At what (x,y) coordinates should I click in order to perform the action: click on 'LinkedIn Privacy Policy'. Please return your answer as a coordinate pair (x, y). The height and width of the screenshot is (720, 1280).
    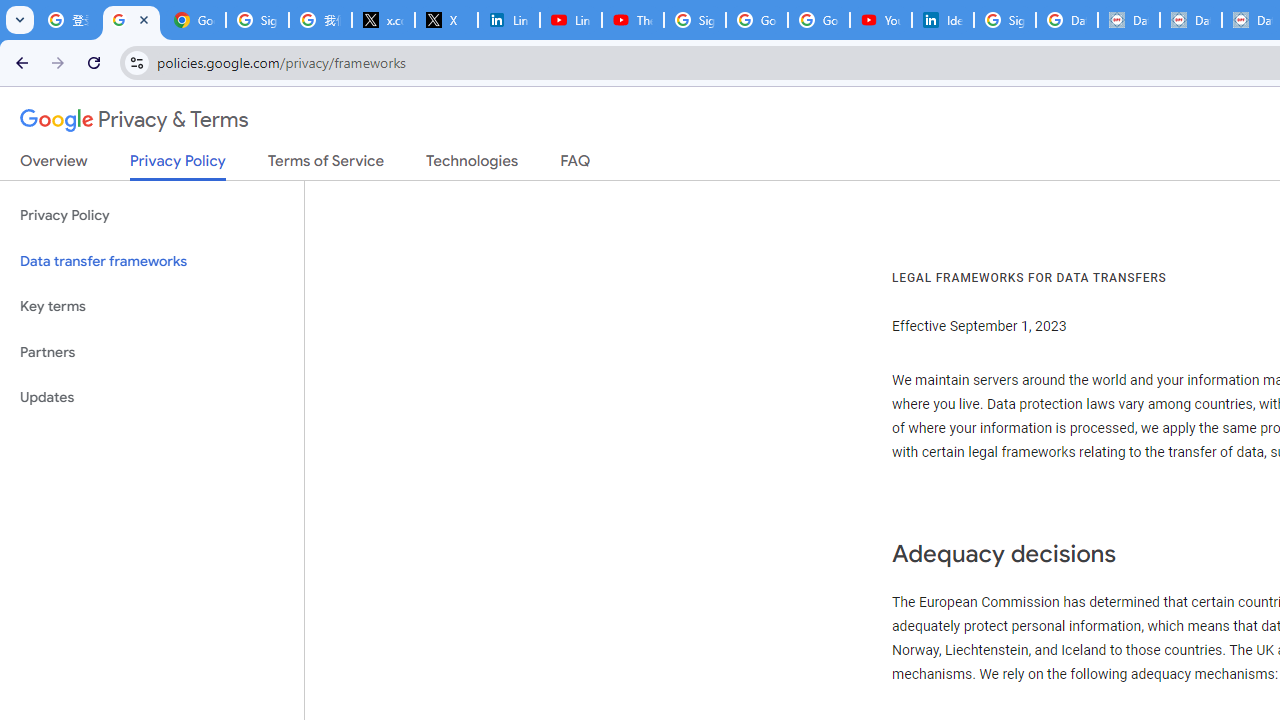
    Looking at the image, I should click on (508, 20).